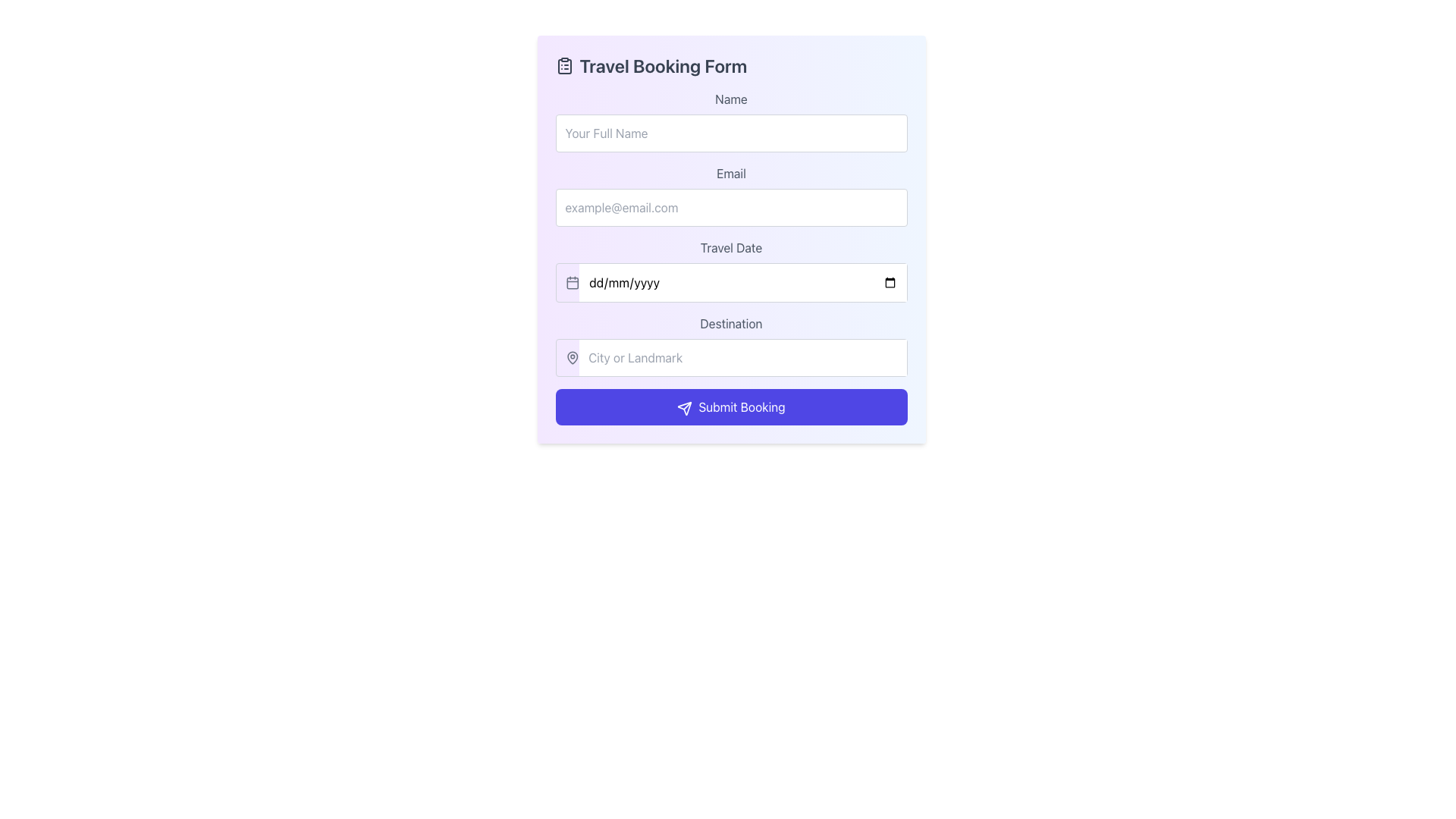 The height and width of the screenshot is (819, 1456). Describe the element at coordinates (684, 407) in the screenshot. I see `the paper plane icon, which is styled with white lines on a blue background and located to the left of the 'Submit Booking' text within the button at the center bottom of the form interface` at that location.